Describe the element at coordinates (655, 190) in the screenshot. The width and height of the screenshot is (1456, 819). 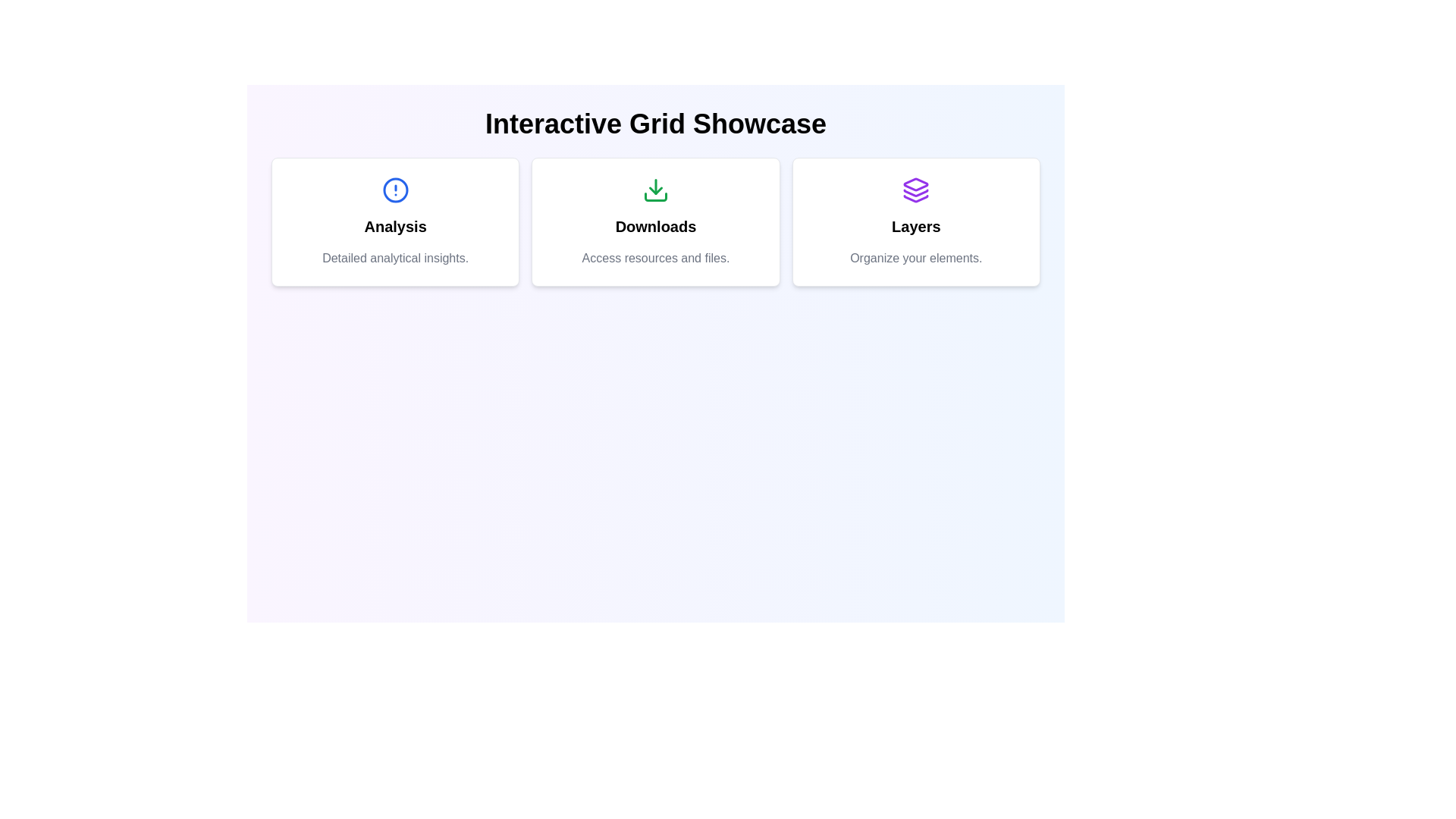
I see `the decorative graphical component of the 'Downloads' icon` at that location.